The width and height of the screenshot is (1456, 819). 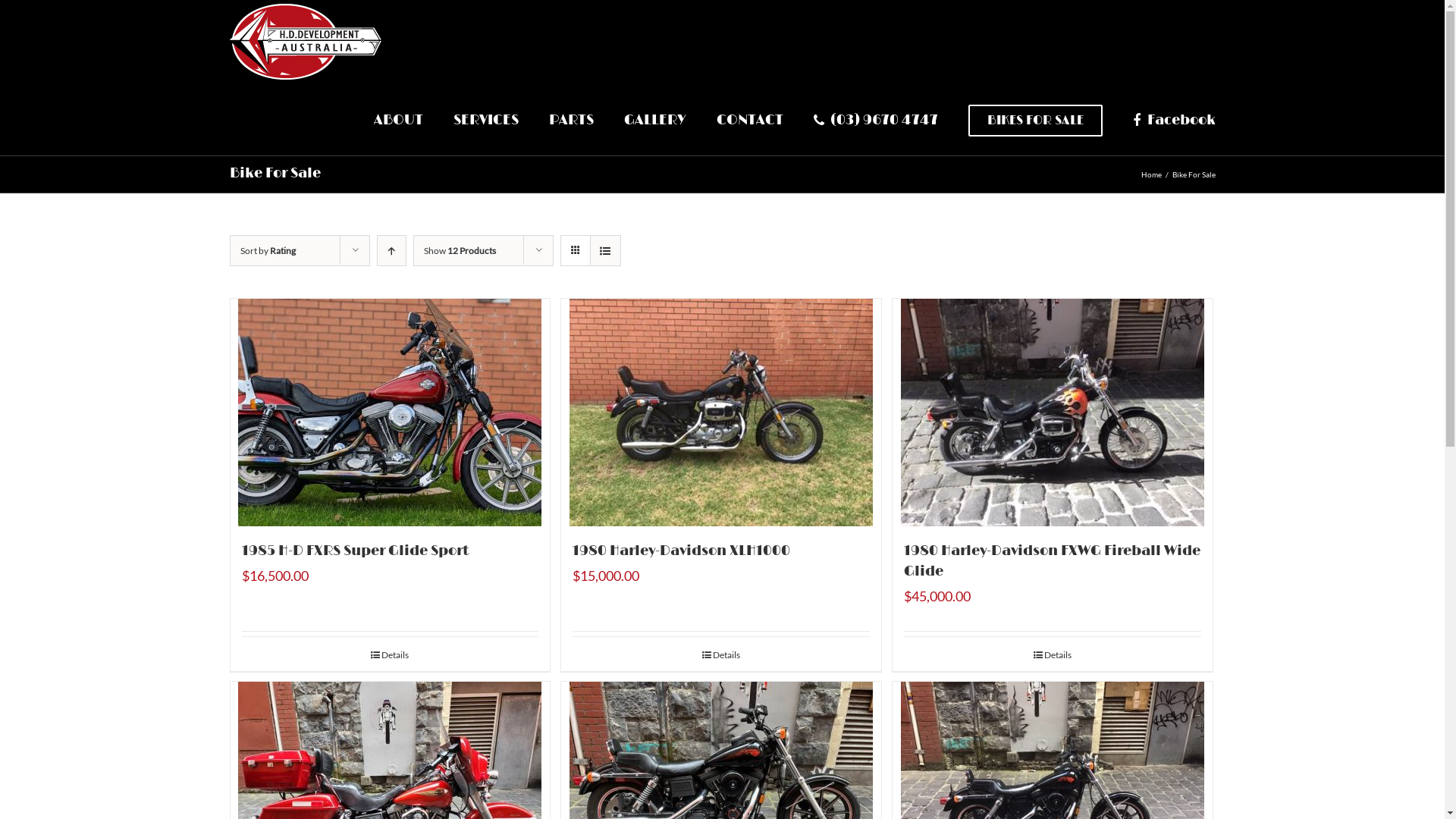 What do you see at coordinates (680, 551) in the screenshot?
I see `'1980 Harley-Davidson XLH1000'` at bounding box center [680, 551].